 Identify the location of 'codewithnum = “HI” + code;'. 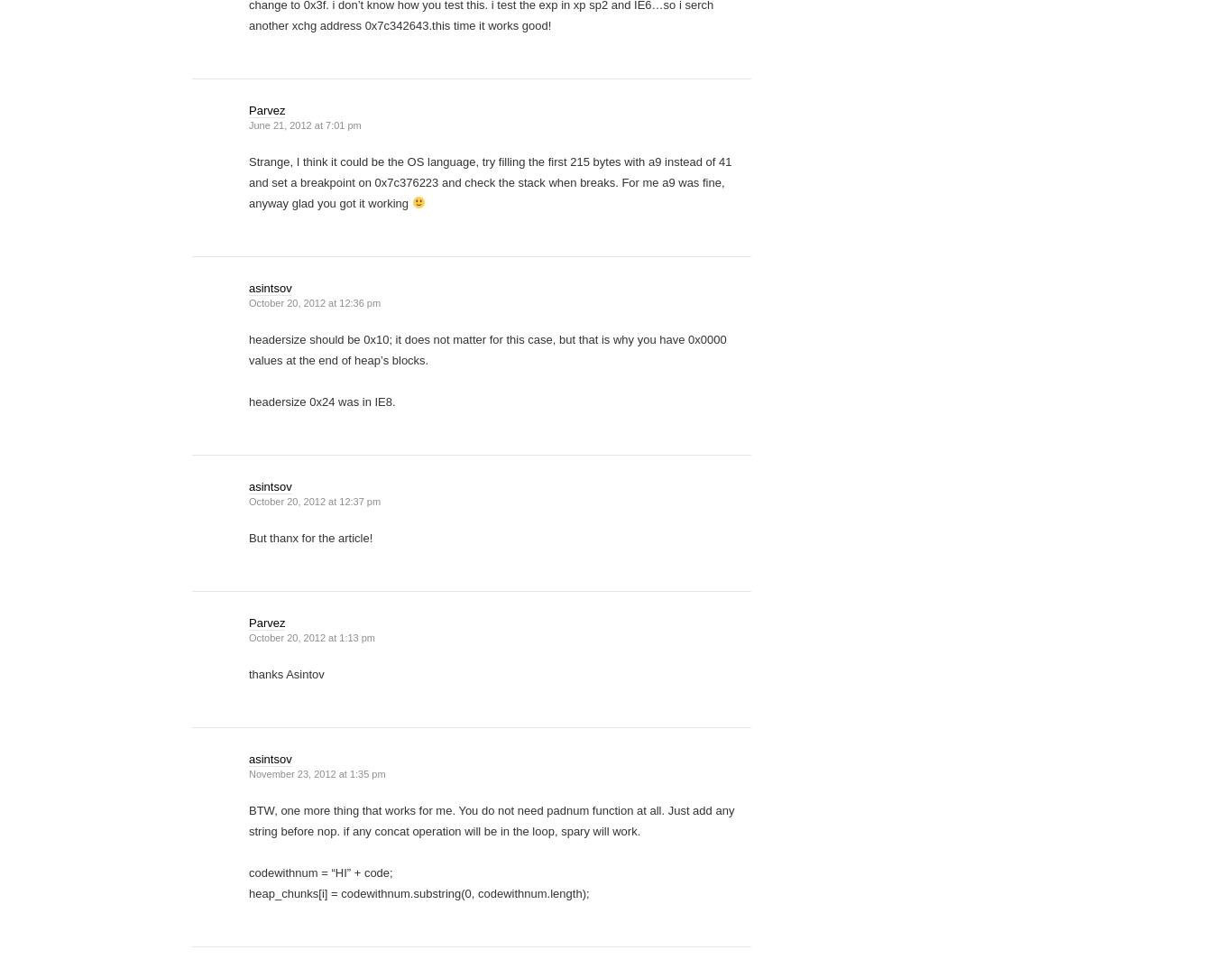
(319, 872).